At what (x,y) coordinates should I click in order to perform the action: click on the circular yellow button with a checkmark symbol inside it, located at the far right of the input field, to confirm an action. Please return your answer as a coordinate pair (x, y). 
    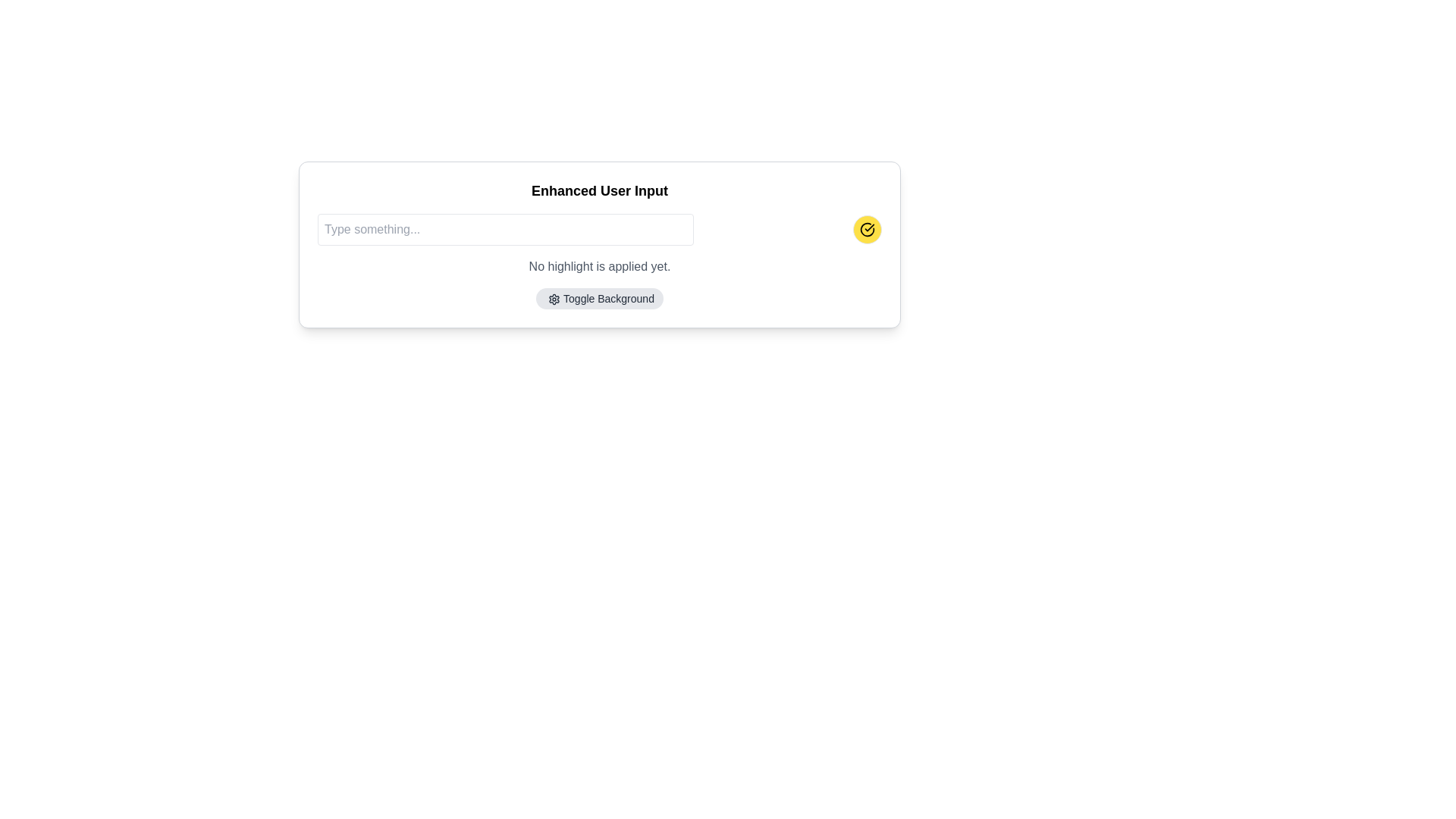
    Looking at the image, I should click on (867, 230).